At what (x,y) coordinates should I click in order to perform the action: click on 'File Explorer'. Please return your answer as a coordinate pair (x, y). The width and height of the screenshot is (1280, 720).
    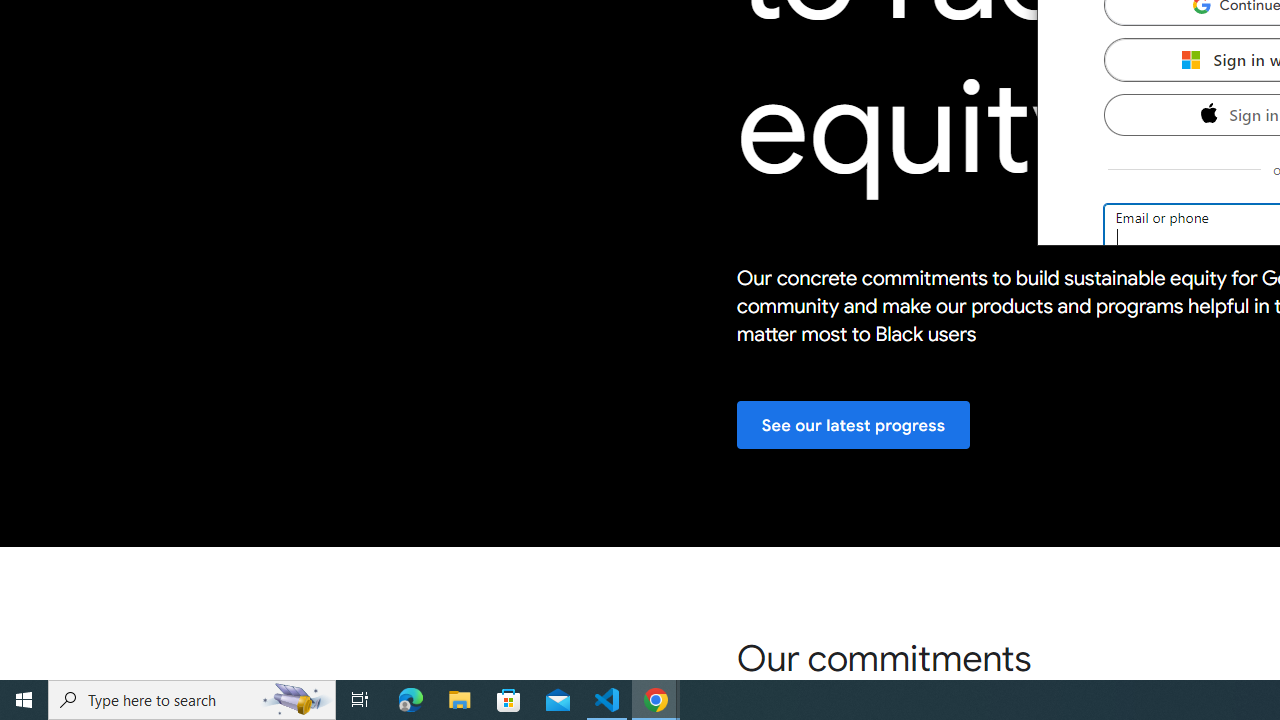
    Looking at the image, I should click on (459, 698).